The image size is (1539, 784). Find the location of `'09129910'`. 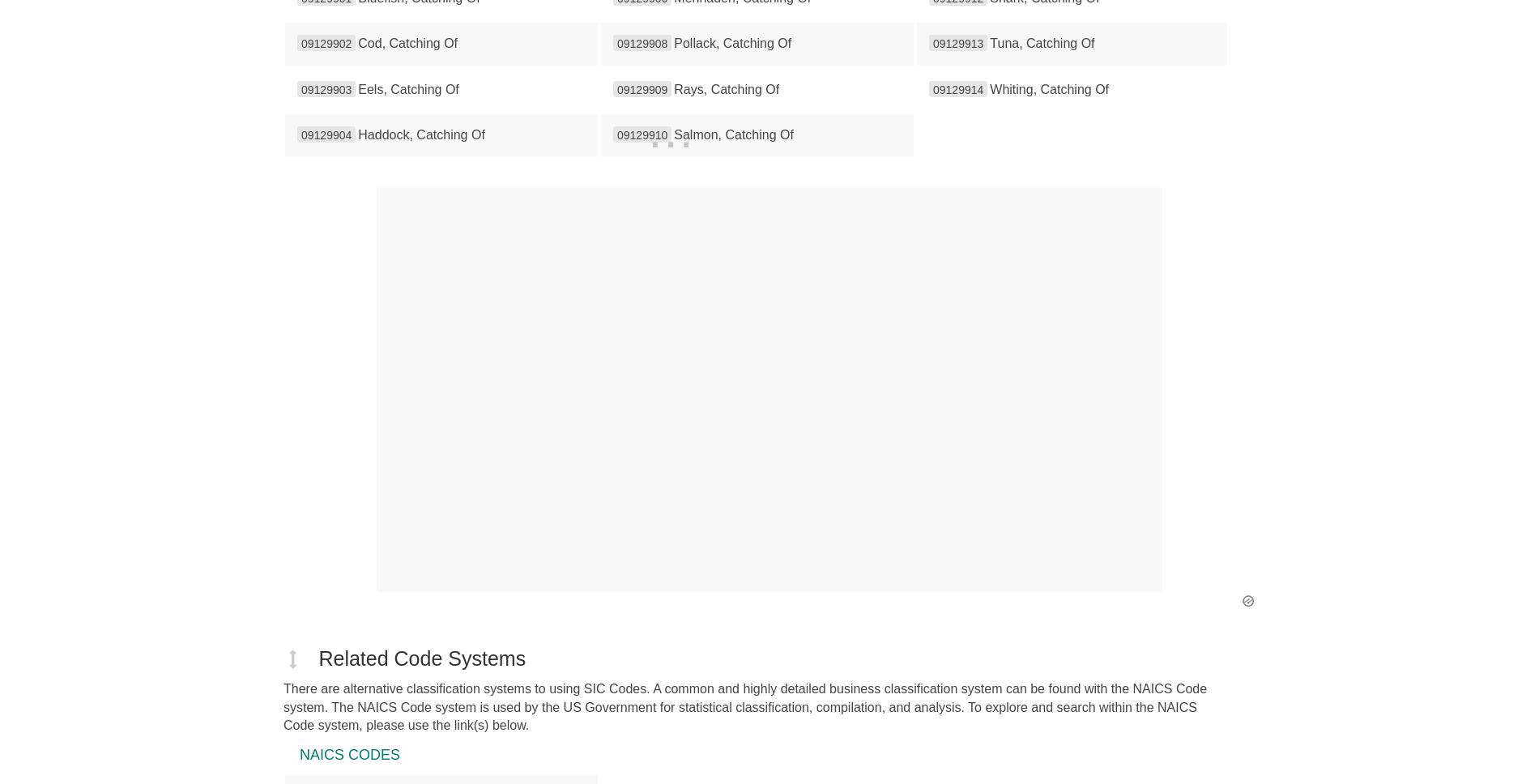

'09129910' is located at coordinates (616, 134).